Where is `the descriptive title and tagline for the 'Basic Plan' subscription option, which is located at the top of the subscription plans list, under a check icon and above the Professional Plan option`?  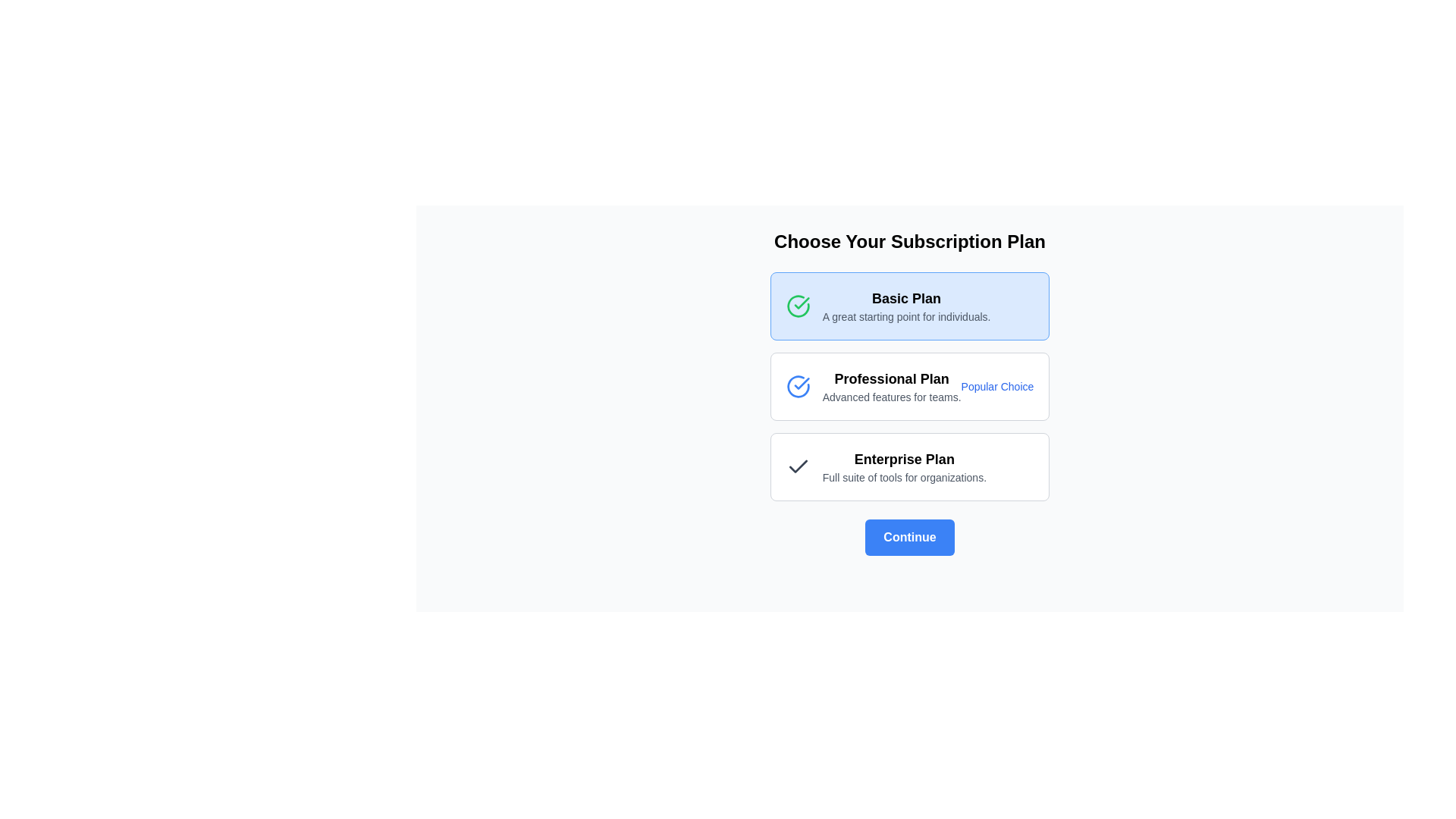 the descriptive title and tagline for the 'Basic Plan' subscription option, which is located at the top of the subscription plans list, under a check icon and above the Professional Plan option is located at coordinates (906, 306).